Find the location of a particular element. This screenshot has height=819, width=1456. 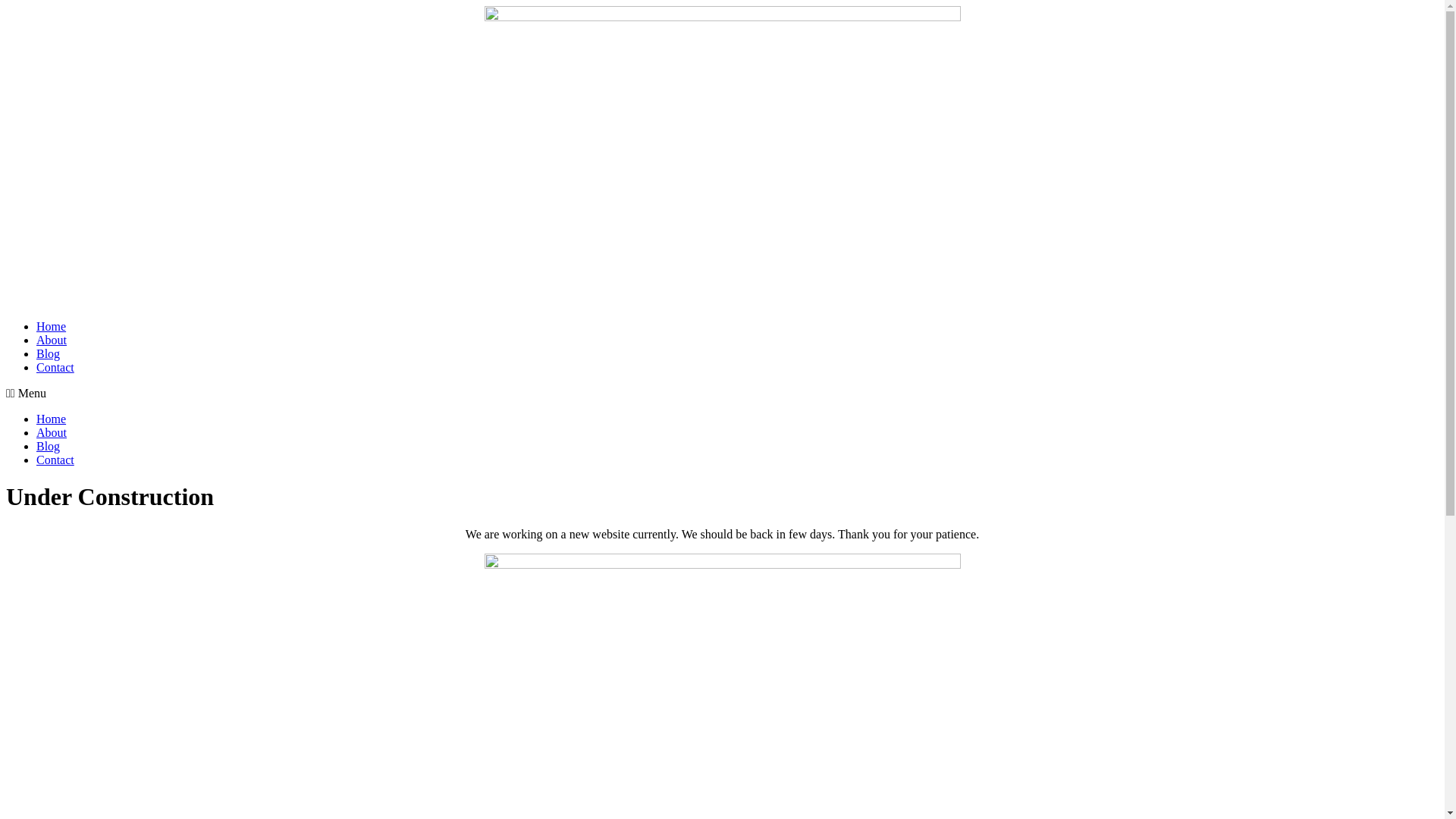

'About' is located at coordinates (51, 339).